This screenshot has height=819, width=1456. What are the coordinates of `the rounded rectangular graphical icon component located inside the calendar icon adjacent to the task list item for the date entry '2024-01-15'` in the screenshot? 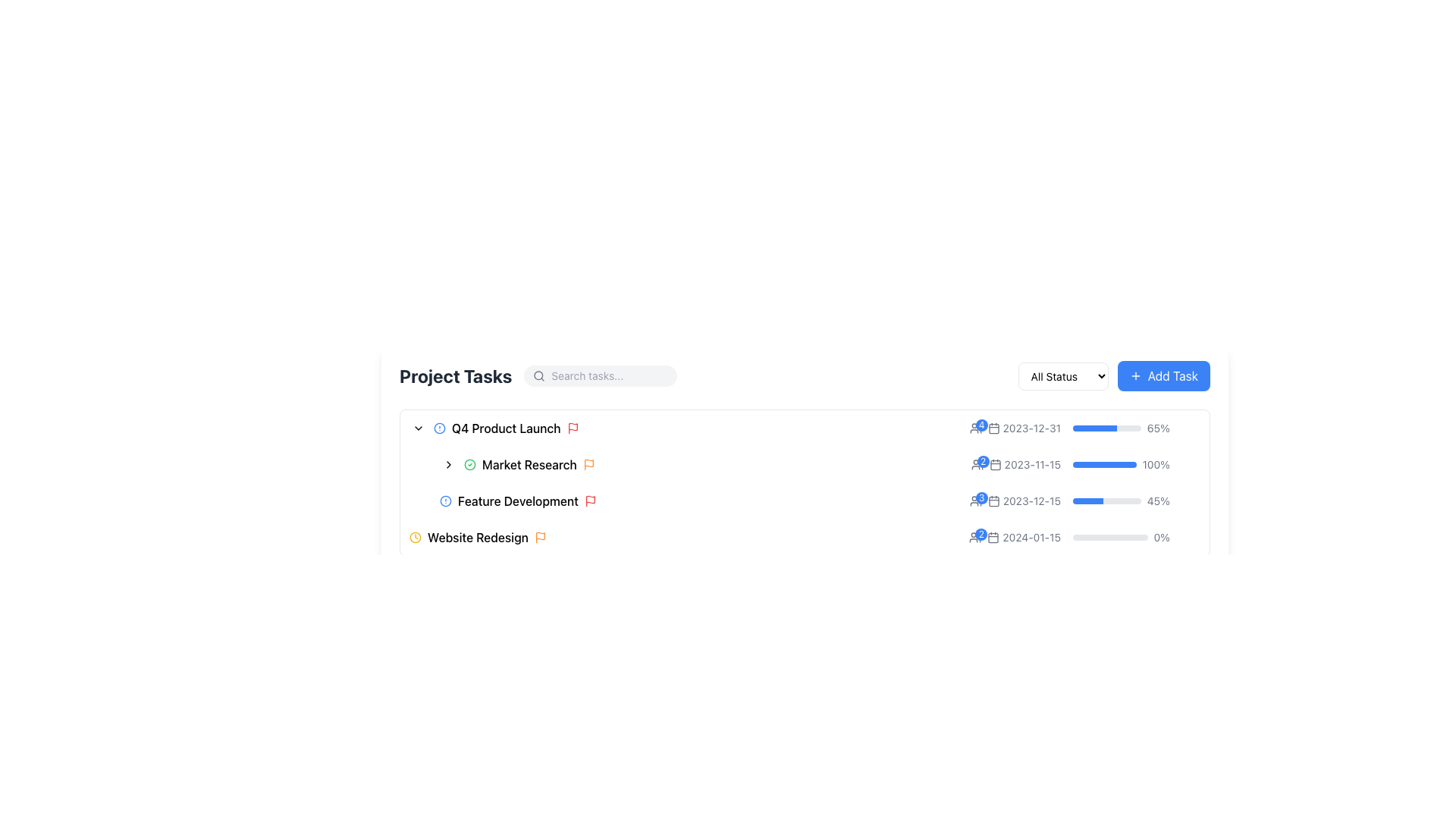 It's located at (993, 537).